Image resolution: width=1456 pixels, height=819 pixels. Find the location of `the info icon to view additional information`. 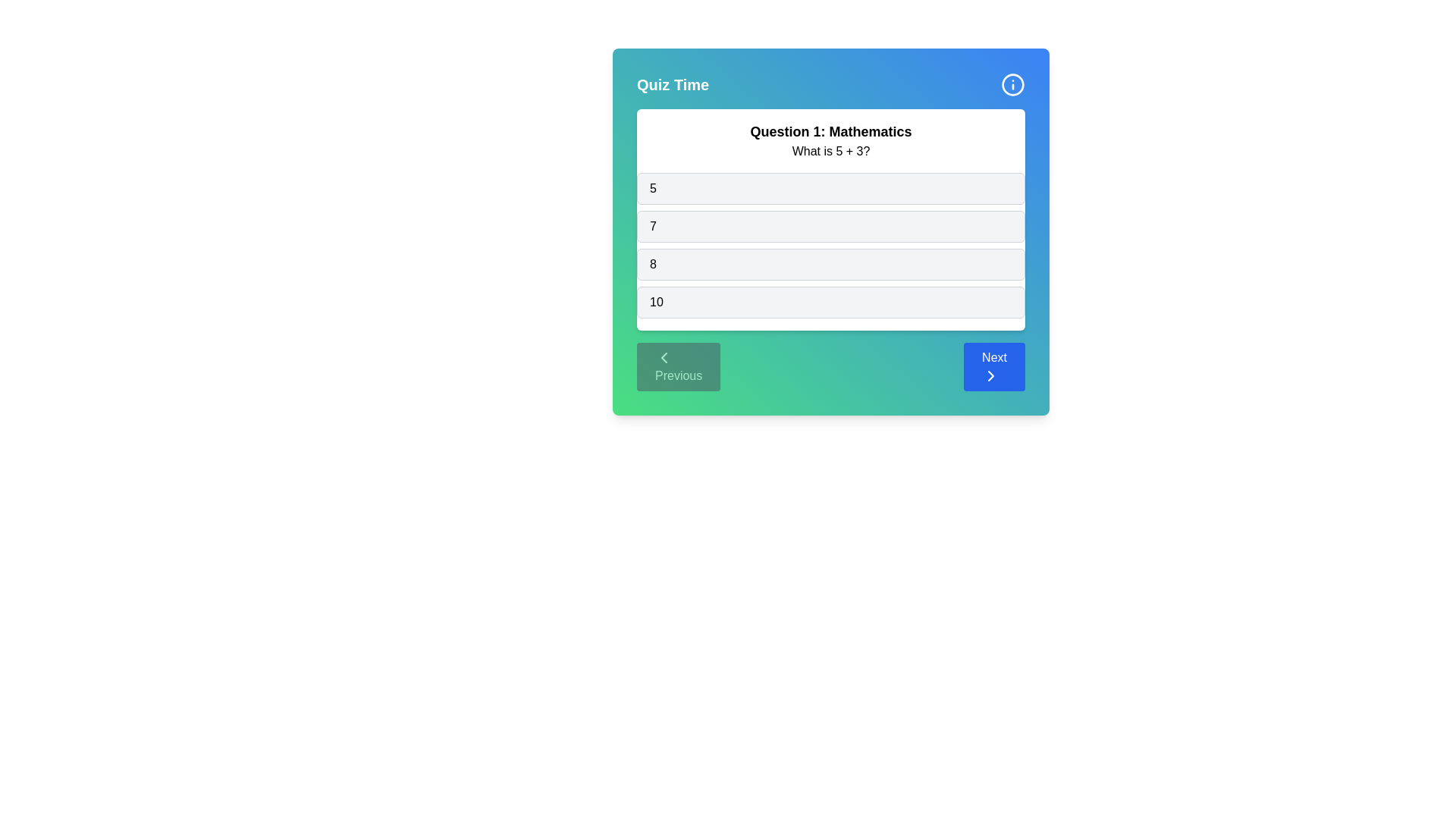

the info icon to view additional information is located at coordinates (1012, 84).